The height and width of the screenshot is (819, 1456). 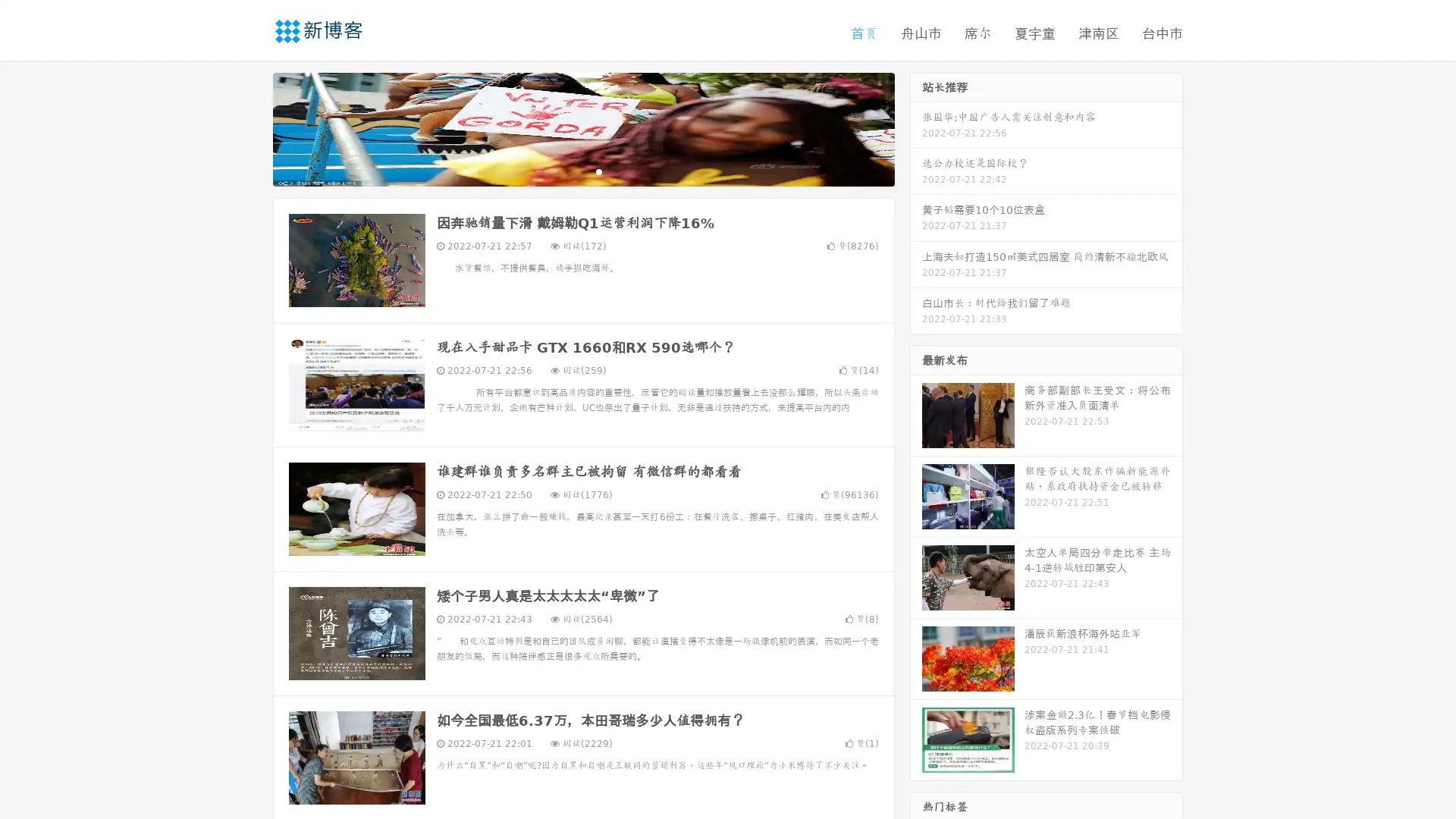 I want to click on Go to slide 3, so click(x=598, y=171).